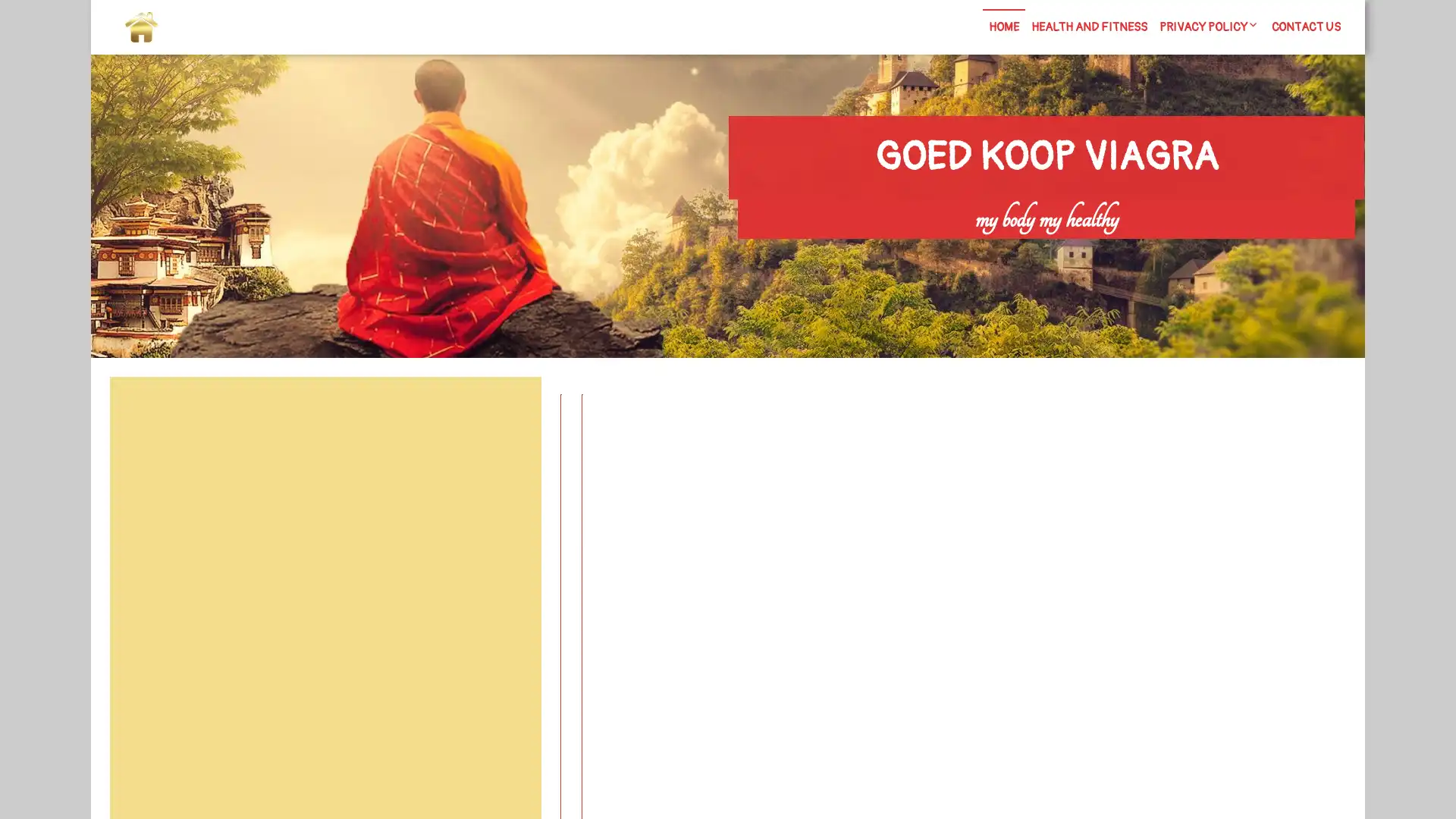  What do you see at coordinates (1181, 248) in the screenshot?
I see `Search` at bounding box center [1181, 248].